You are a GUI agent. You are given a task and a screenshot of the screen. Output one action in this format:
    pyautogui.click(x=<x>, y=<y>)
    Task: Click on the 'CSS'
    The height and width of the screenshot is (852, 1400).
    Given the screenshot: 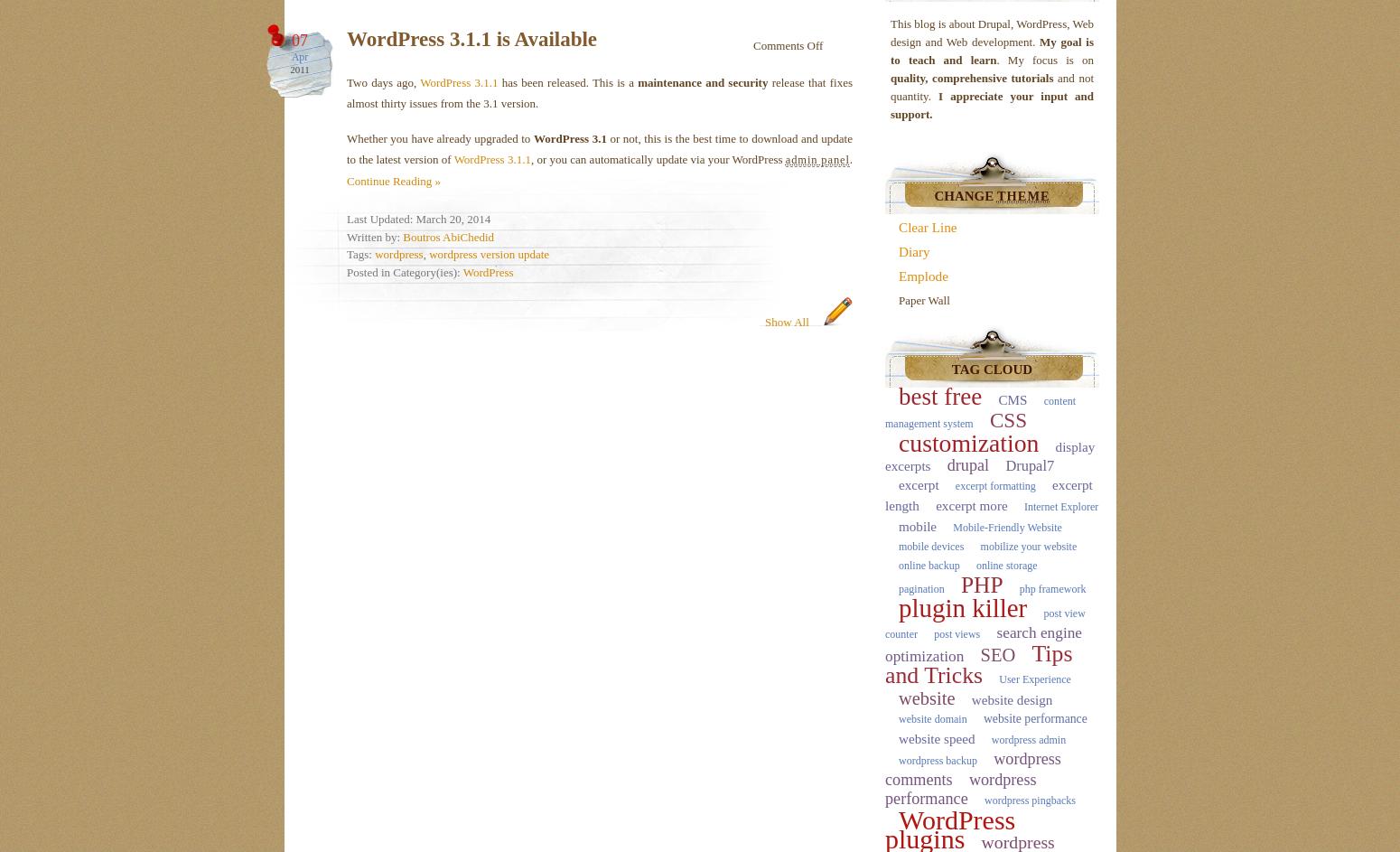 What is the action you would take?
    pyautogui.click(x=1007, y=419)
    